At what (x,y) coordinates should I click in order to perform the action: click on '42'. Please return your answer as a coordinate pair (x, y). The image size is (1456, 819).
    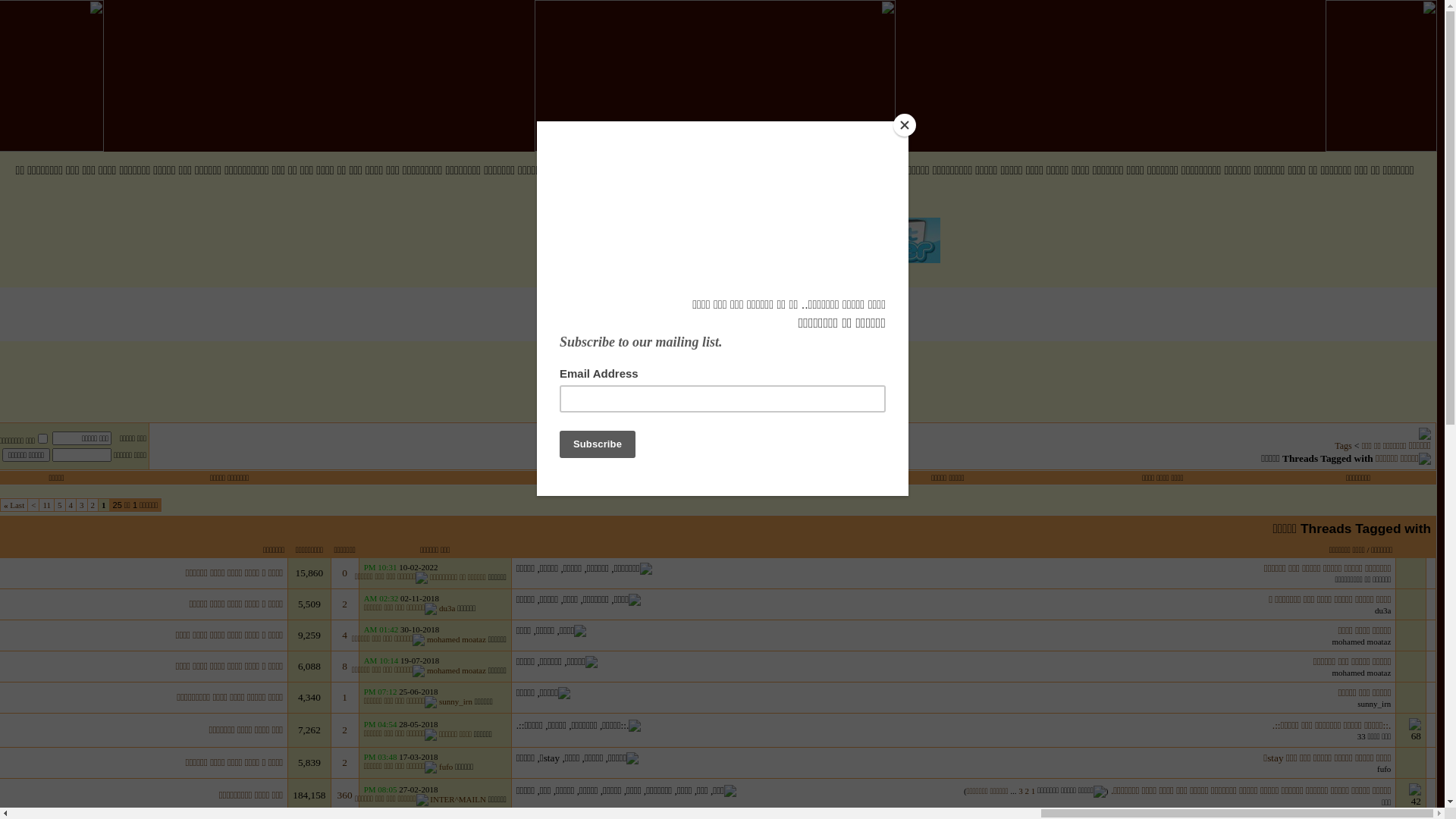
    Looking at the image, I should click on (1410, 795).